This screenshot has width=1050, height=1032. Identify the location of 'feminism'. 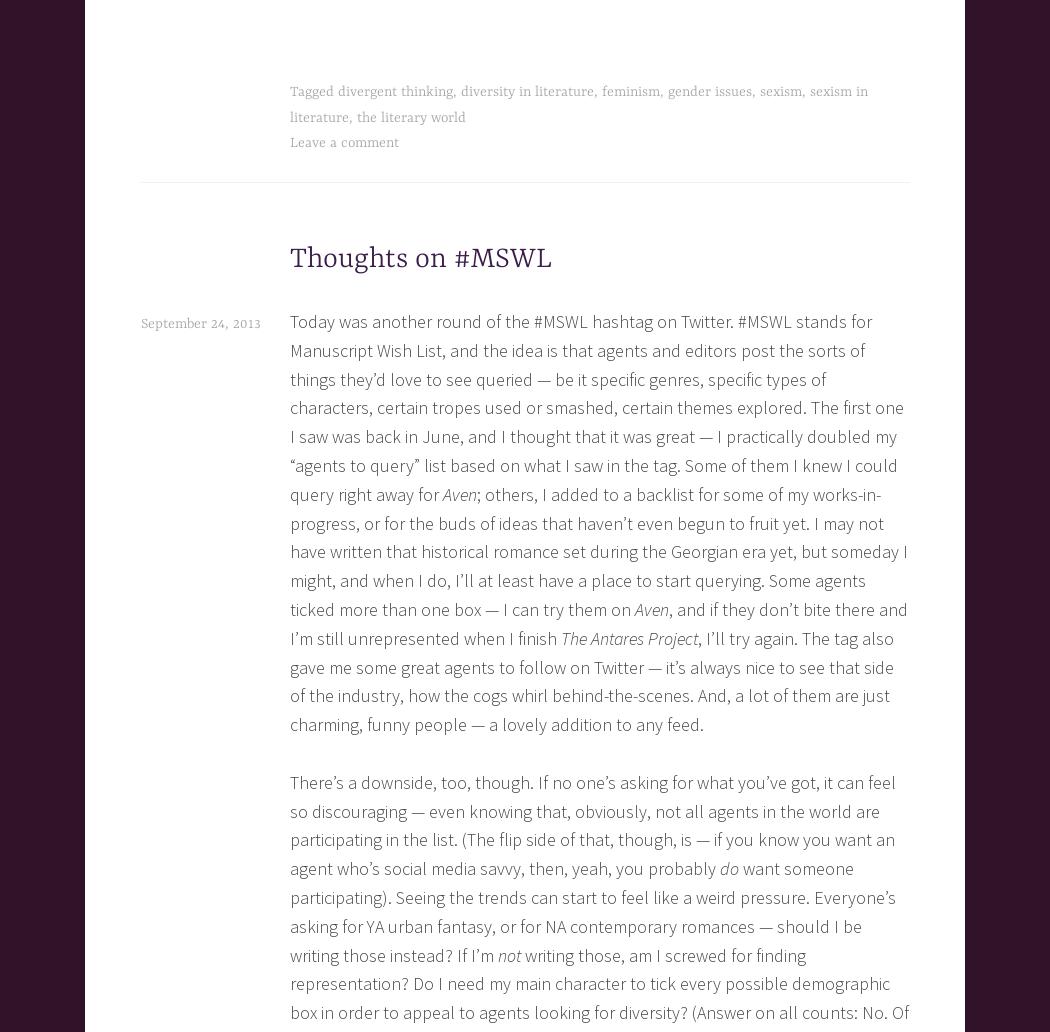
(631, 91).